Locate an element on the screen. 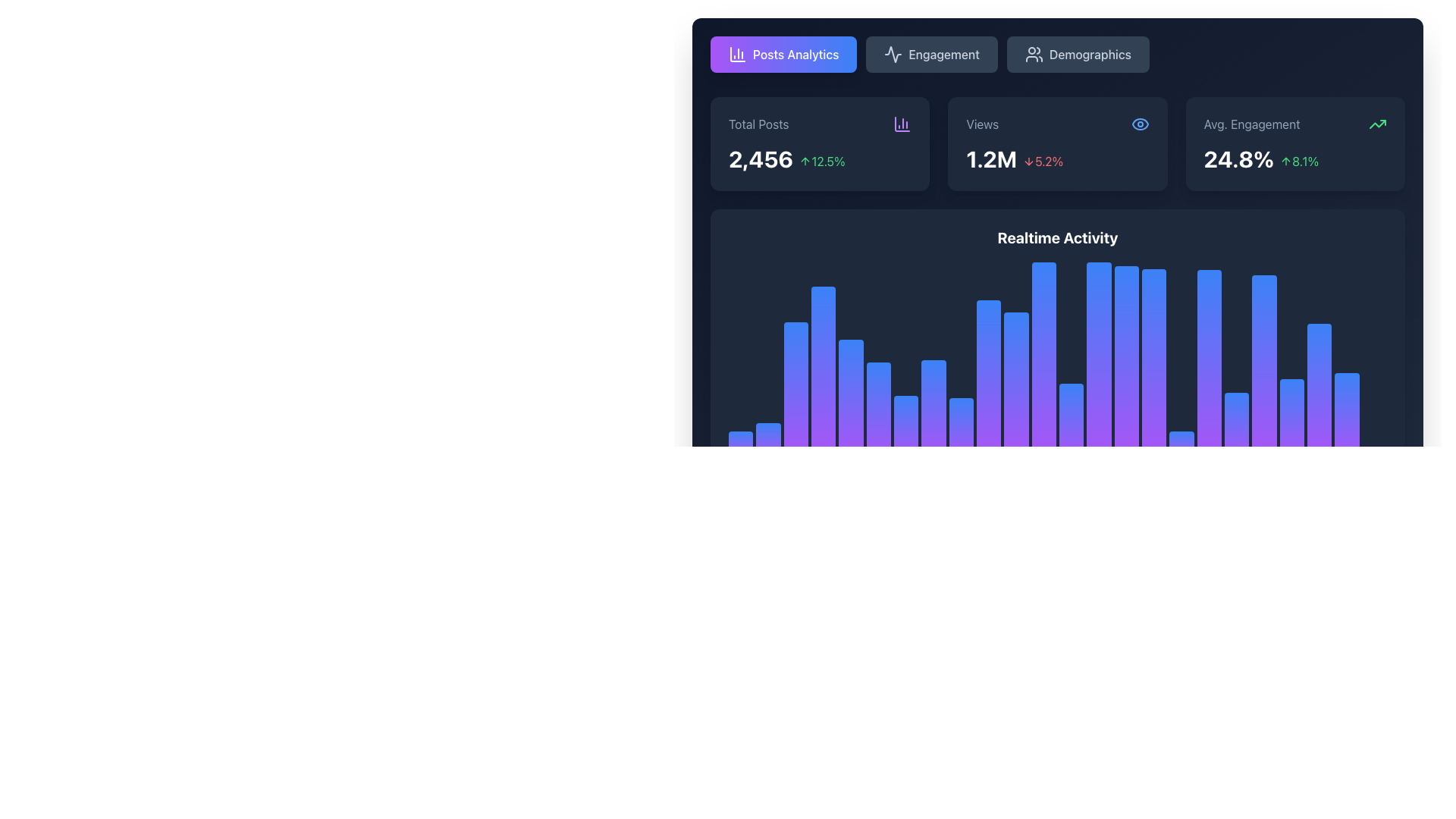  the 'Engagement' button, which is the second button in a group of three at the top of the page is located at coordinates (931, 54).